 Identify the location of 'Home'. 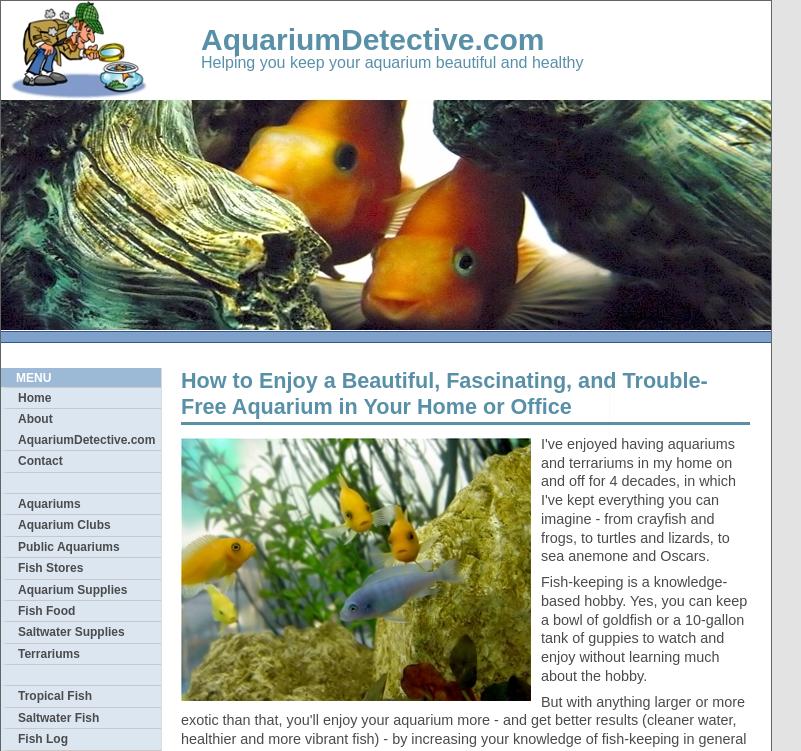
(18, 397).